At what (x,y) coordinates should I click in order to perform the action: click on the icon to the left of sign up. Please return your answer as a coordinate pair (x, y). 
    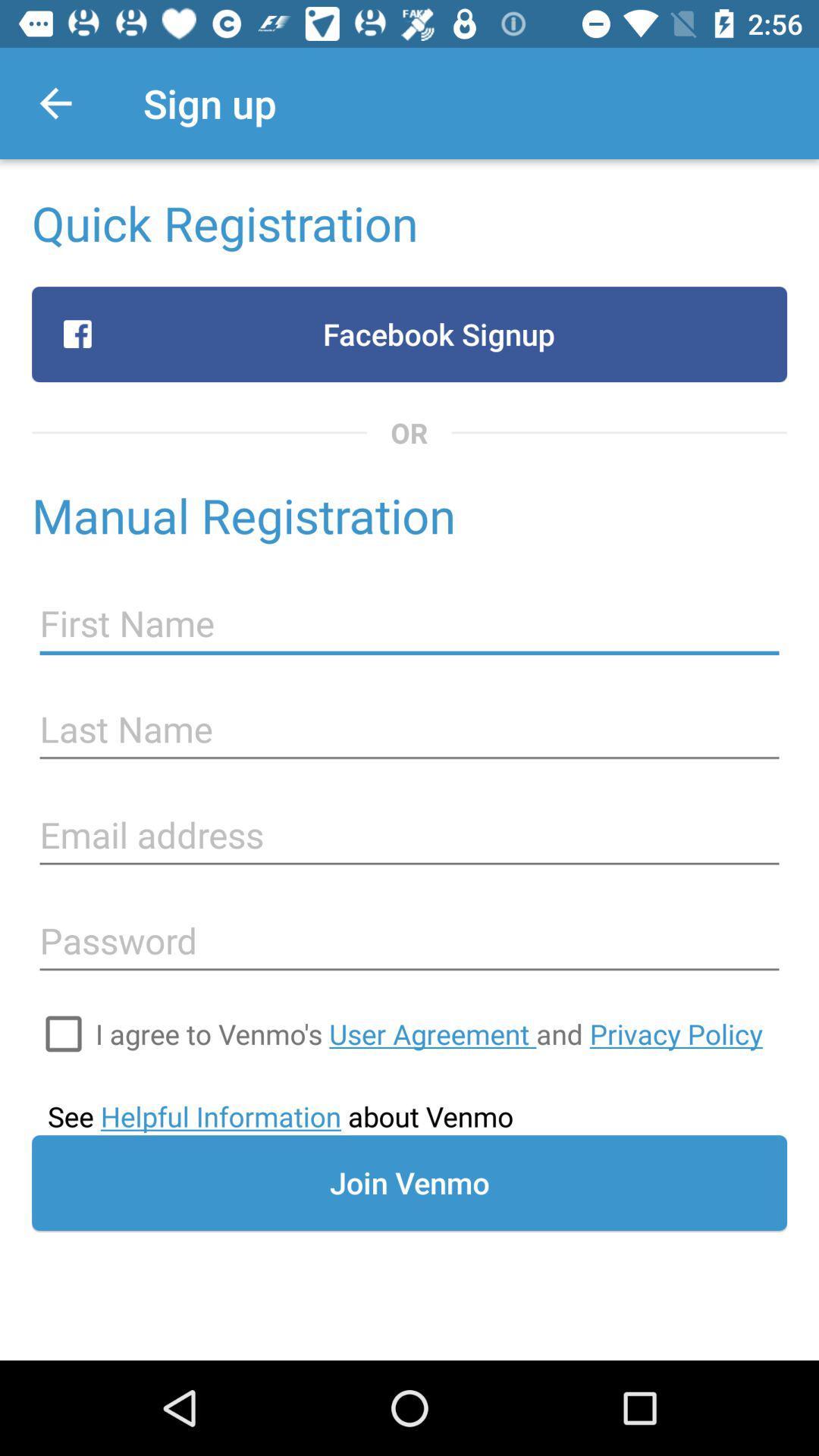
    Looking at the image, I should click on (55, 102).